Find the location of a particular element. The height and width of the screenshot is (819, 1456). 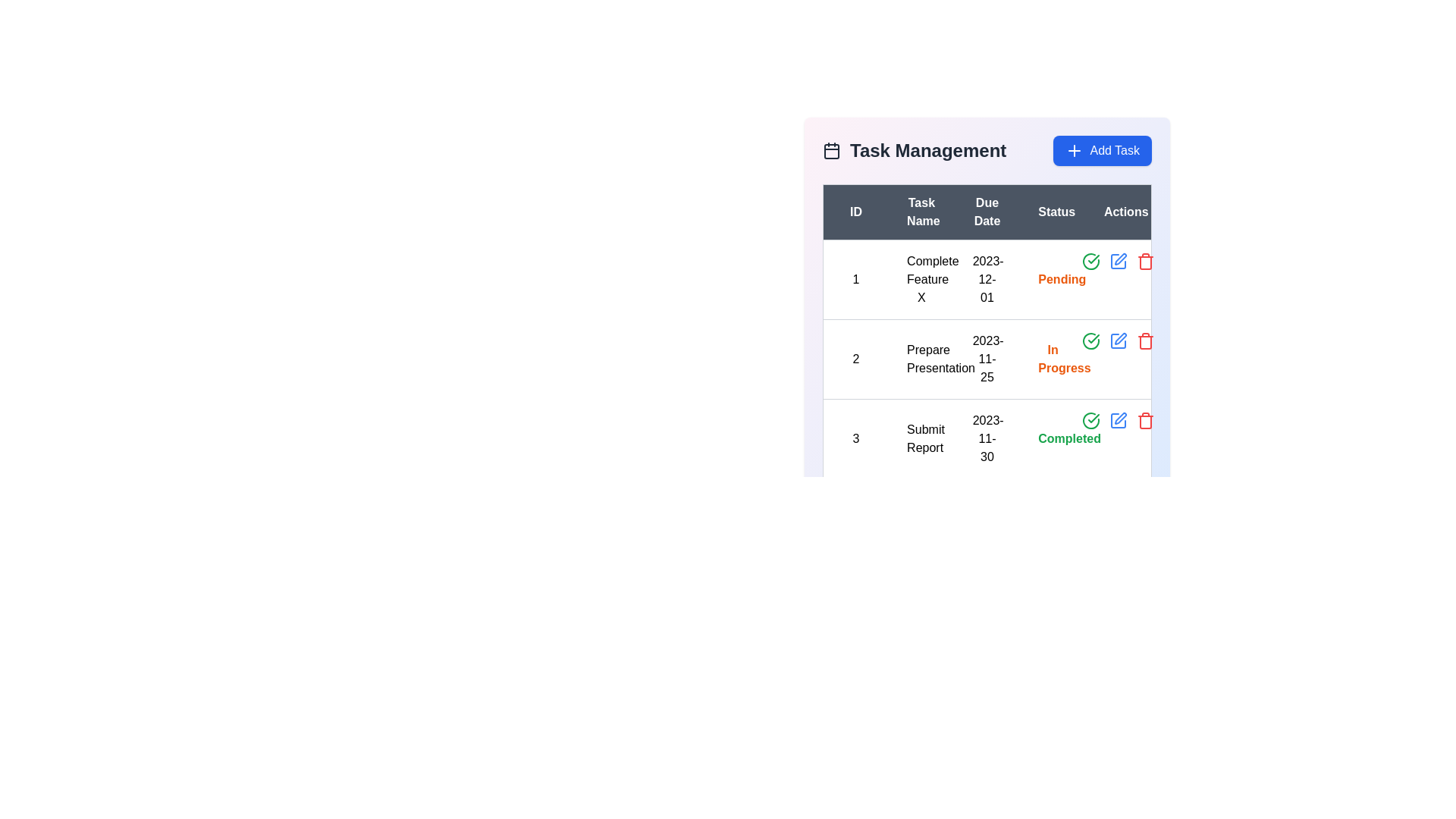

the static text element that displays the unique numeric identifier for the corresponding task row in the table, located in the first column of the second row under the 'ID' header is located at coordinates (855, 359).